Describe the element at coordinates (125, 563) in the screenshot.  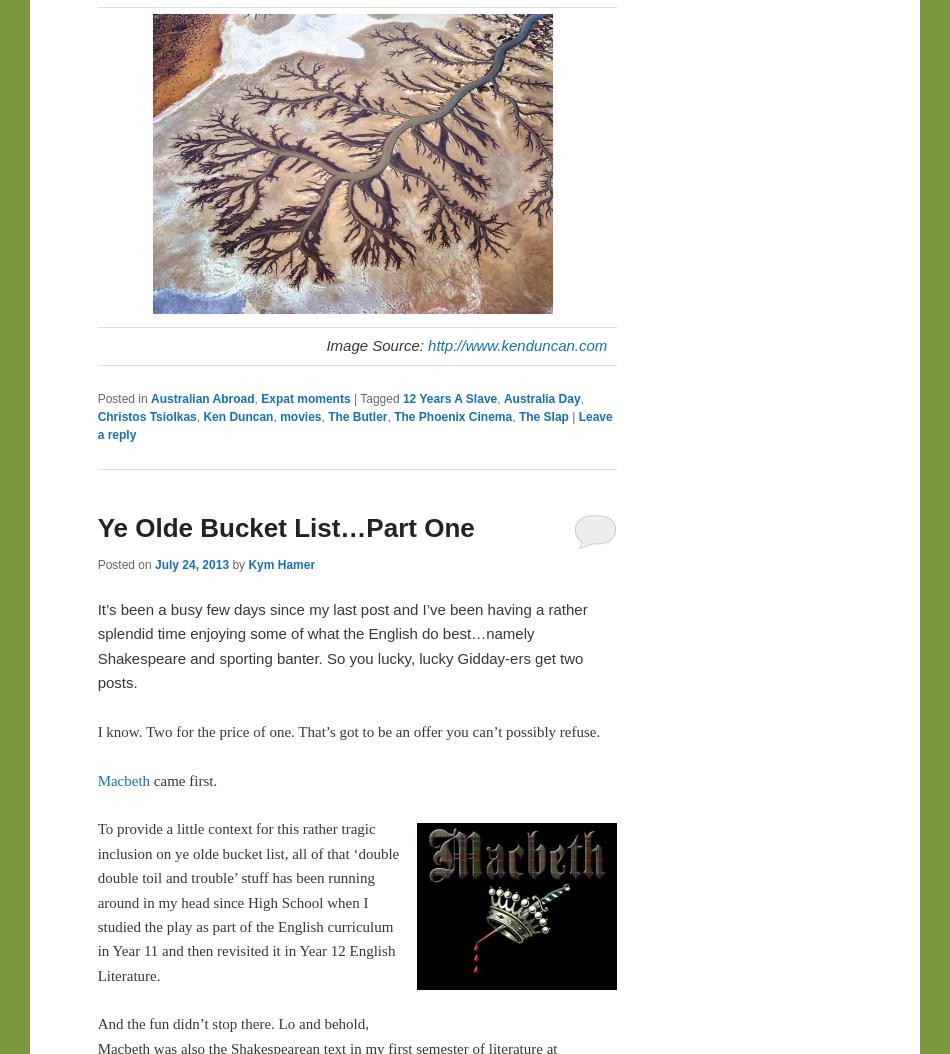
I see `'Posted on'` at that location.